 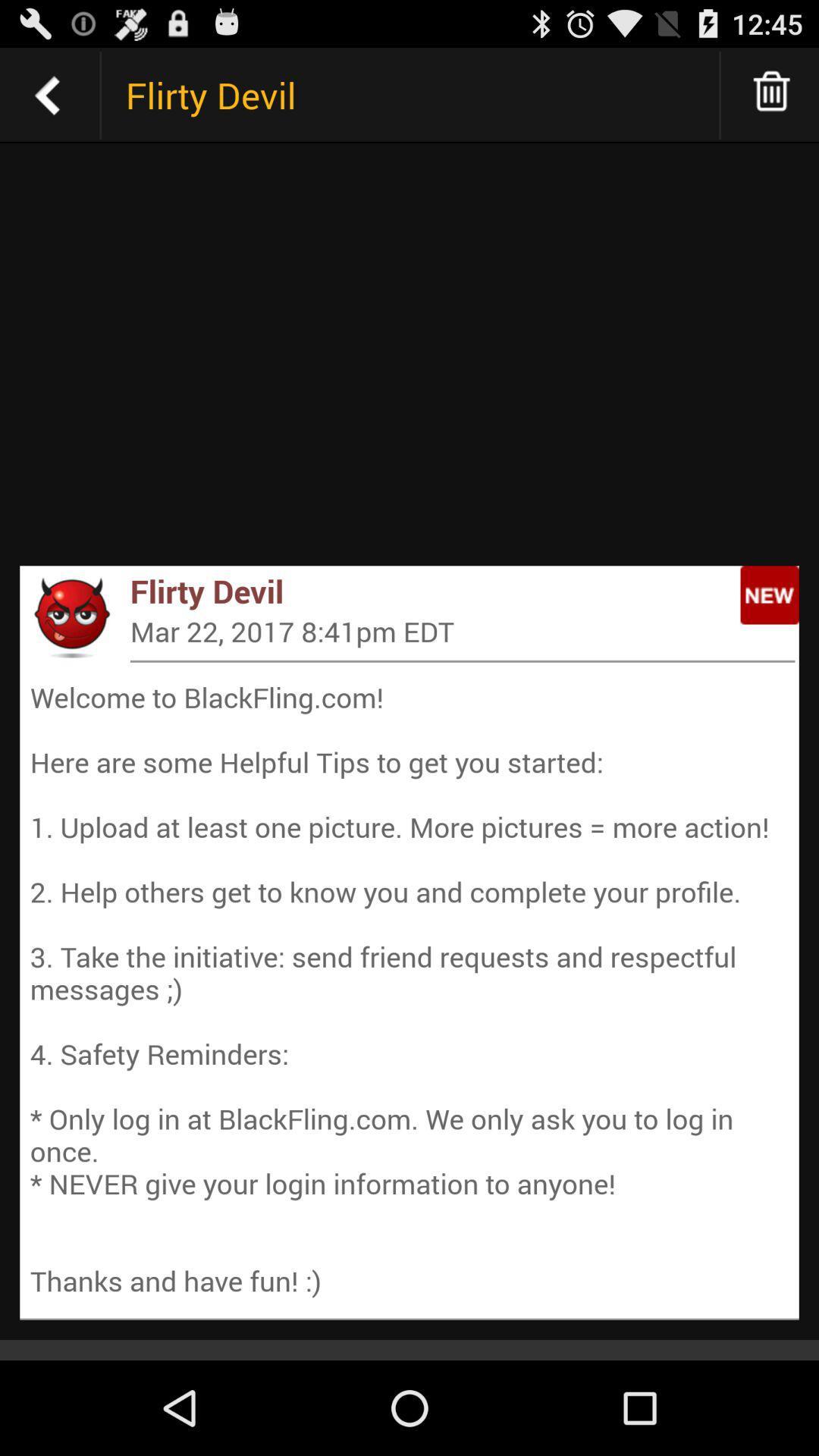 What do you see at coordinates (71, 617) in the screenshot?
I see `the item above the welcome to blackfling` at bounding box center [71, 617].